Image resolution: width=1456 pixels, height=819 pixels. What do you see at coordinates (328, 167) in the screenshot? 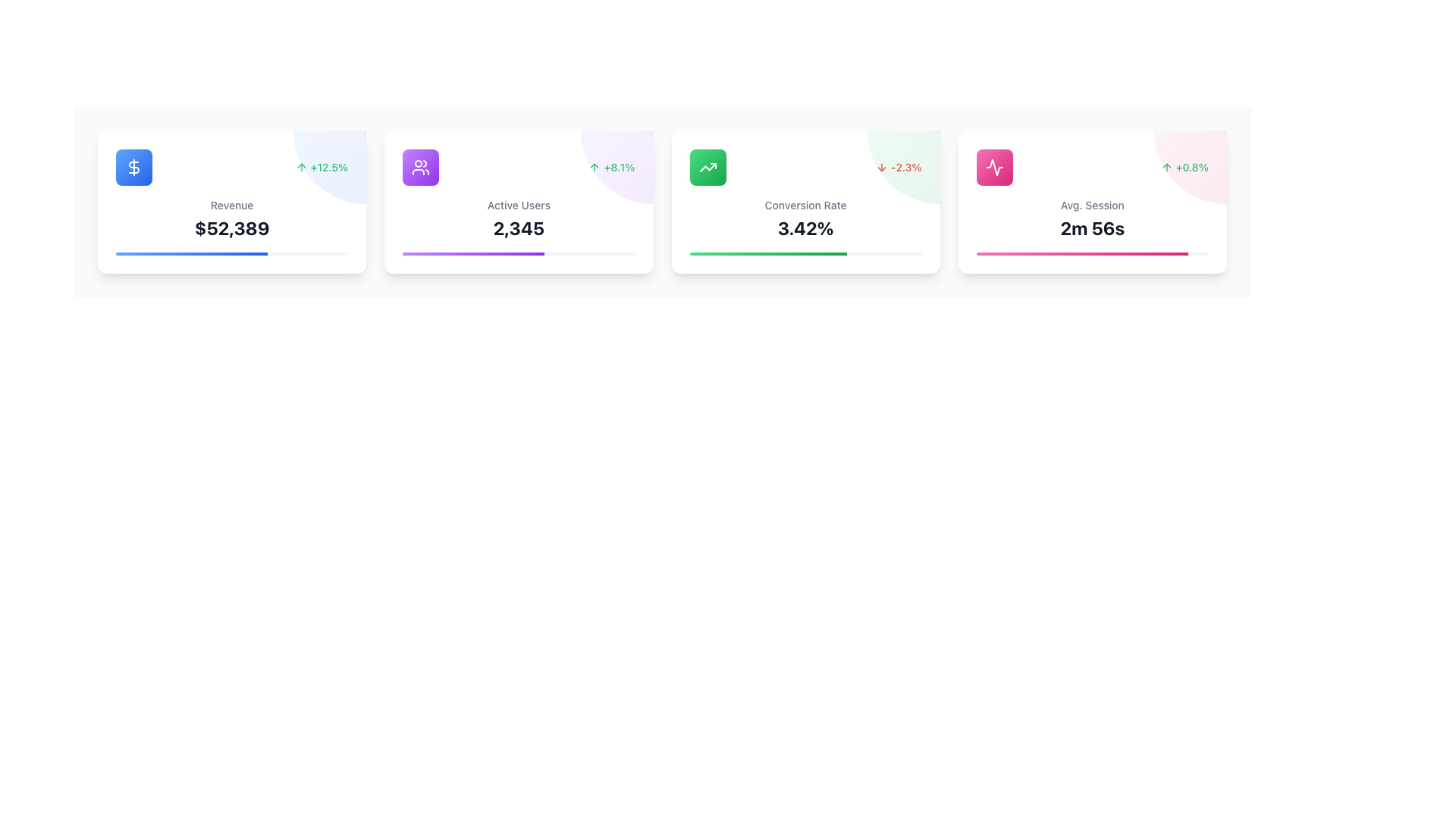
I see `the text label displaying the percentage '+12.5%'` at bounding box center [328, 167].